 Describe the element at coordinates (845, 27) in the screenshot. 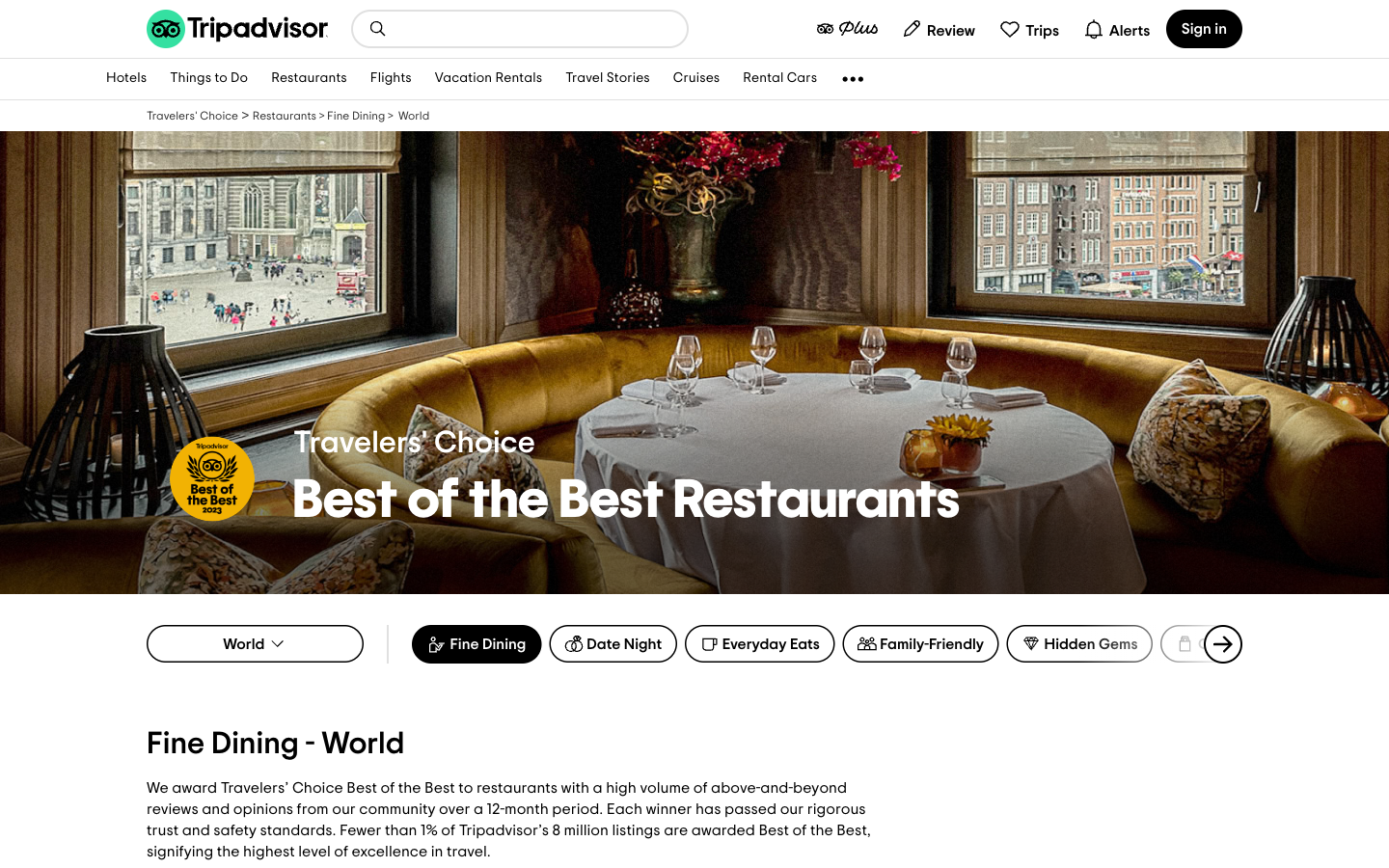

I see `the plus members section on the website` at that location.